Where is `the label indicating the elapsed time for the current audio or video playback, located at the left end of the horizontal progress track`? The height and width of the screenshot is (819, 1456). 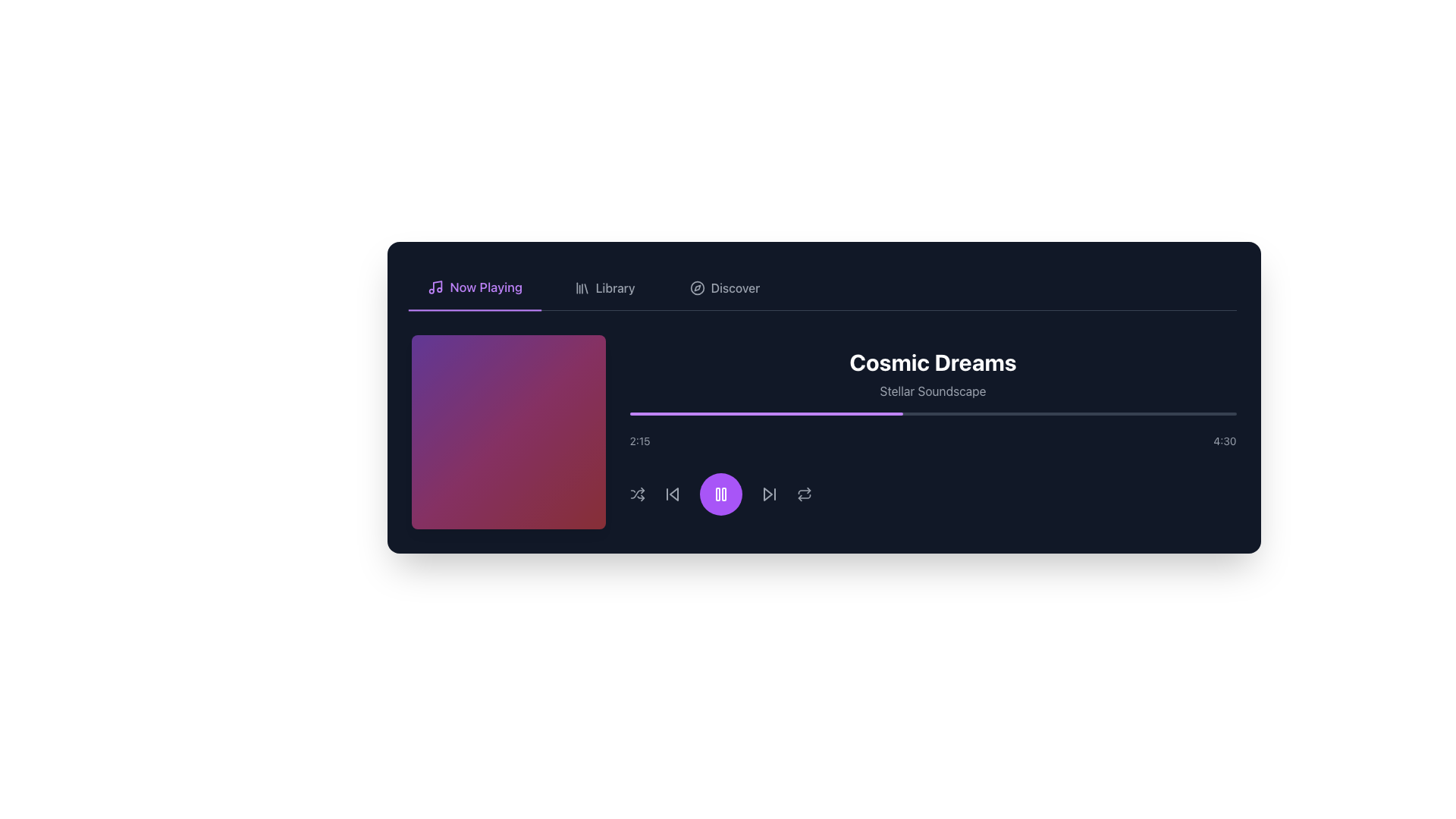 the label indicating the elapsed time for the current audio or video playback, located at the left end of the horizontal progress track is located at coordinates (640, 441).